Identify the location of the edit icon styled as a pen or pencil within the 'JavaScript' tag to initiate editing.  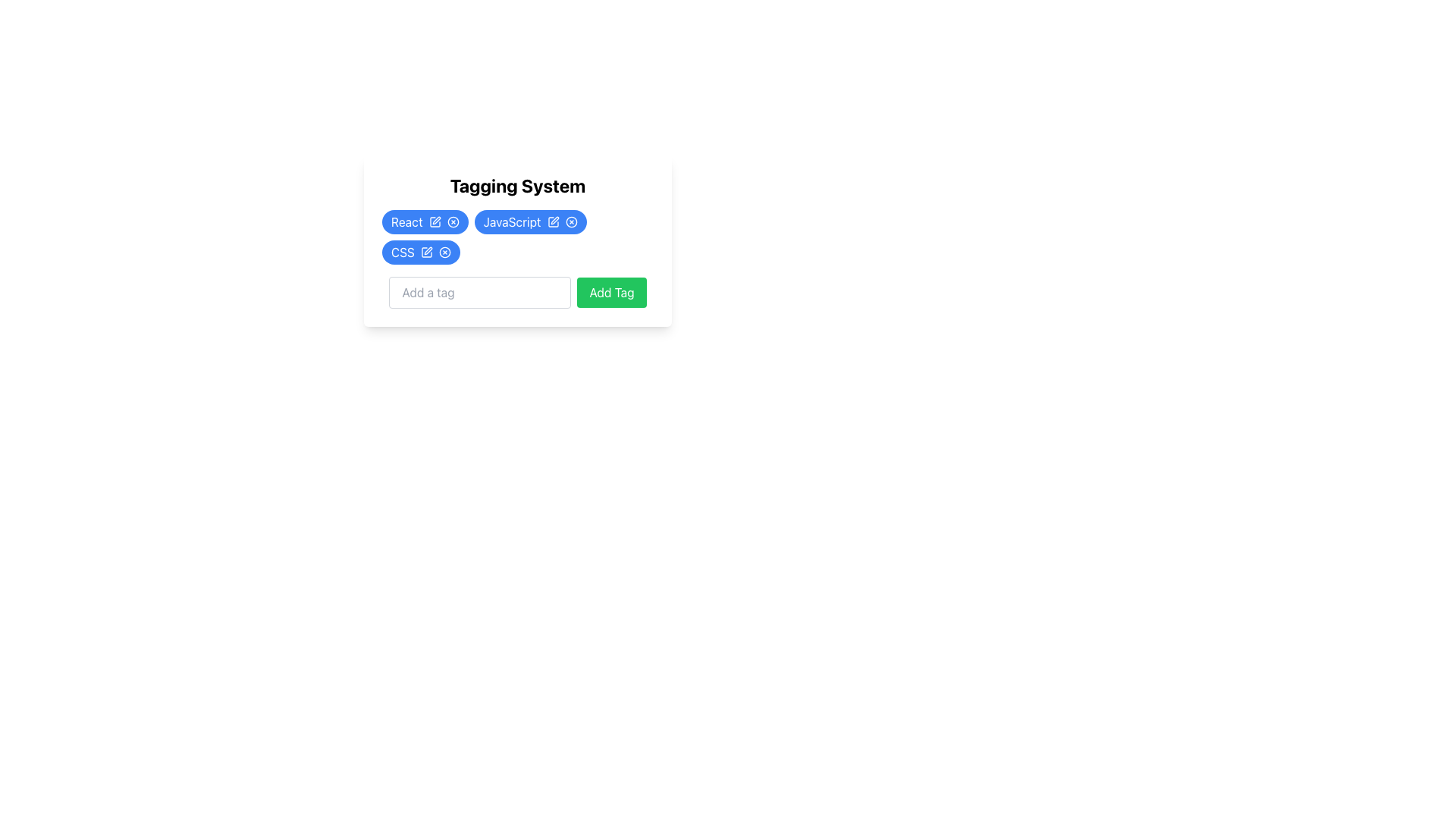
(554, 220).